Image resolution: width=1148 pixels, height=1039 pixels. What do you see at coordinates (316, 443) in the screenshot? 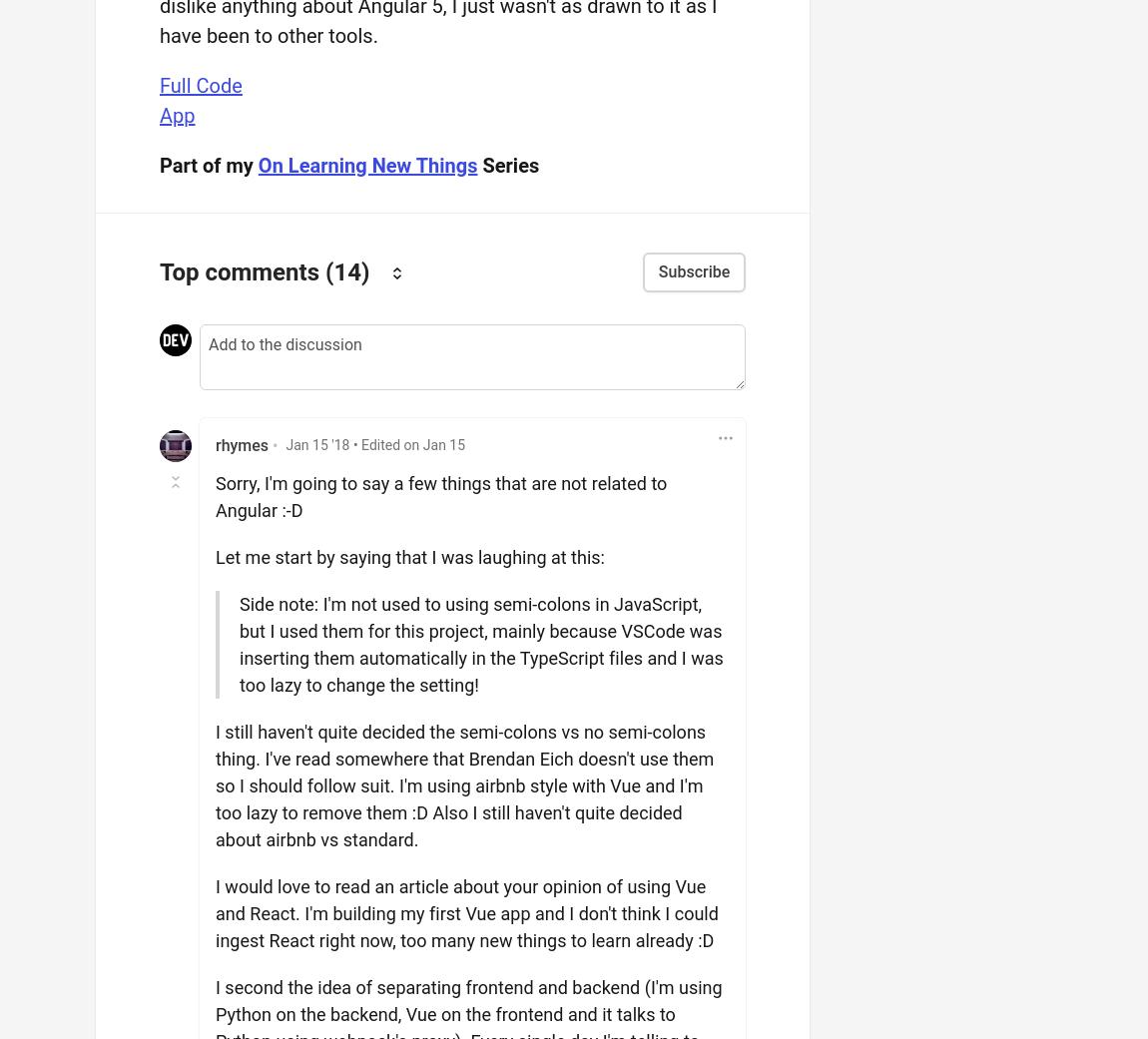
I see `'Jan 15 '18'` at bounding box center [316, 443].